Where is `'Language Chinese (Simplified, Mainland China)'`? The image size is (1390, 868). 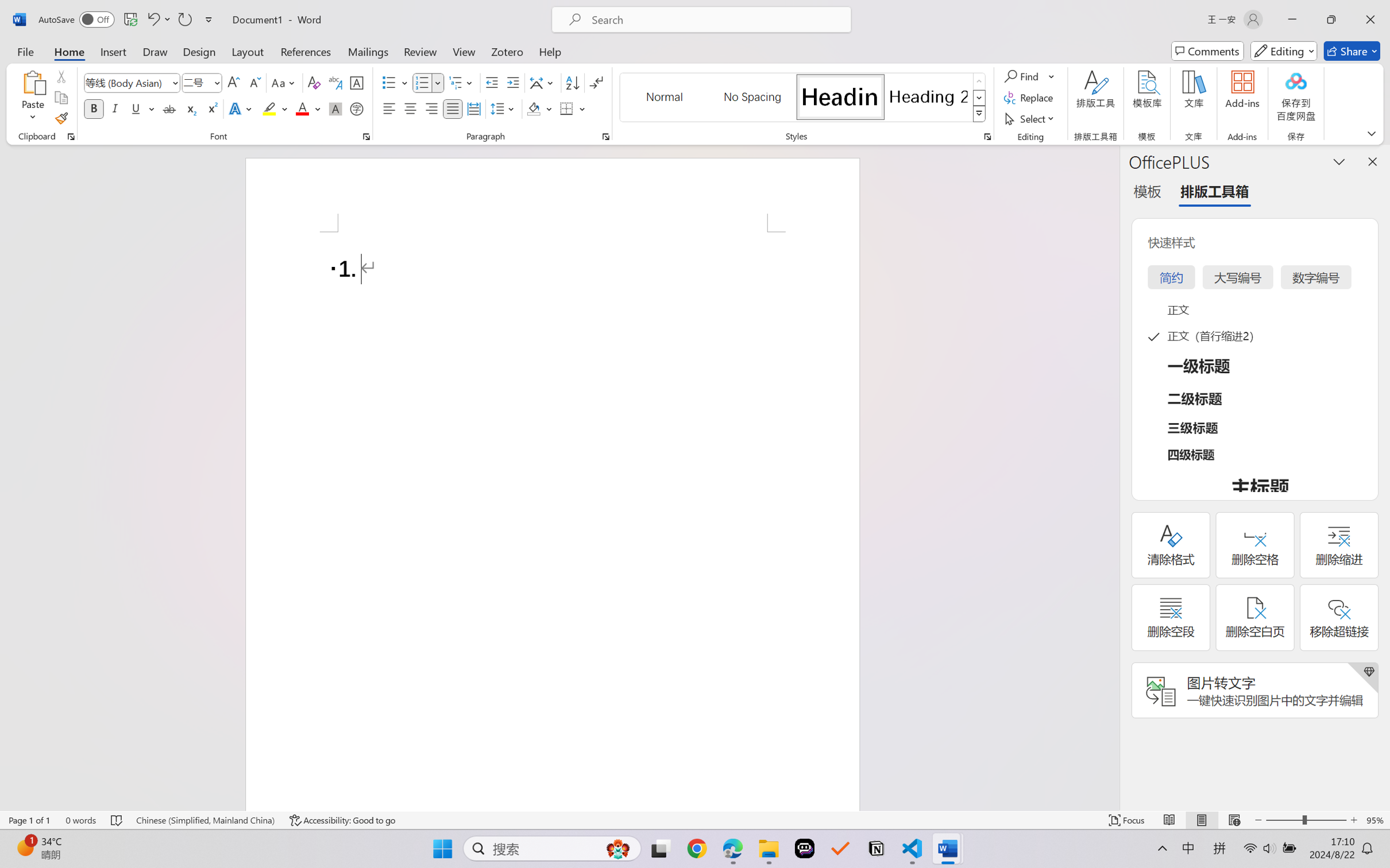
'Language Chinese (Simplified, Mainland China)' is located at coordinates (204, 820).